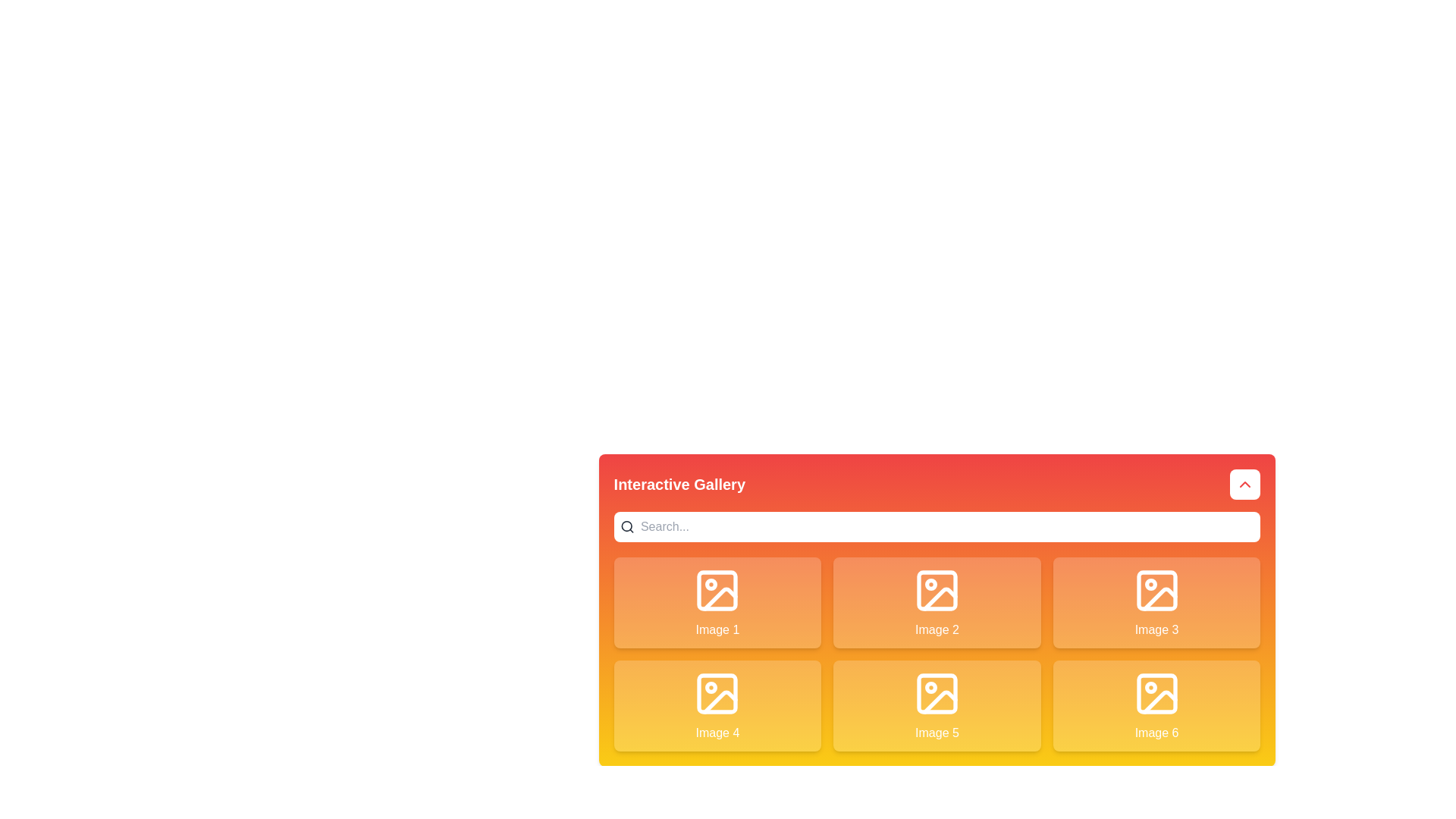 The width and height of the screenshot is (1456, 819). What do you see at coordinates (1156, 693) in the screenshot?
I see `the image preview icon located in the bottom-right cell of the 2x3 grid within the 'Interactive Gallery' section, immediately above 'Image 6' and to the right of 'Image 5'` at bounding box center [1156, 693].